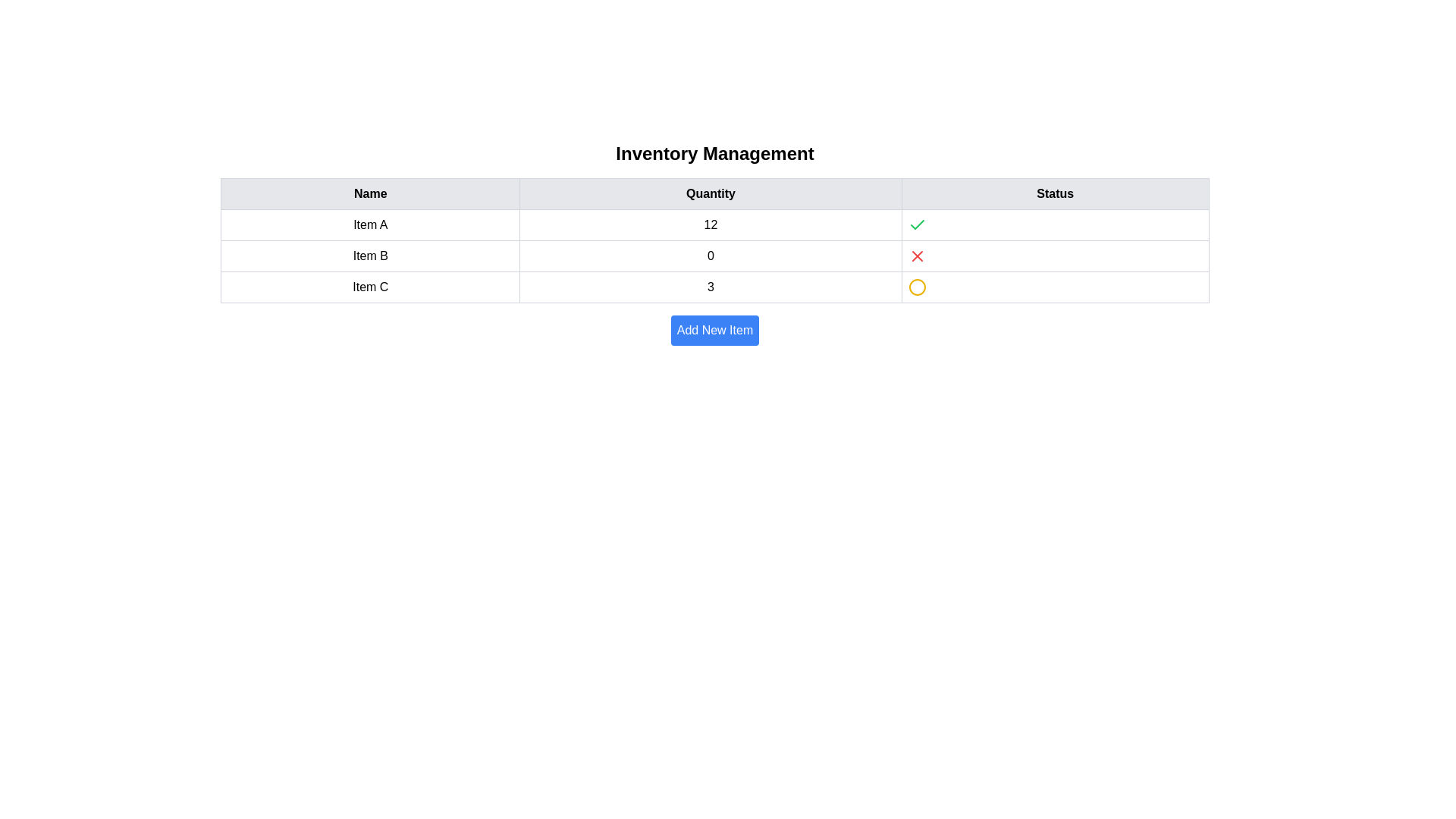 This screenshot has width=1456, height=819. I want to click on the static text element displaying the quantity for 'Item C' in the inventory management table, located under the 'Quantity' header, so click(710, 287).